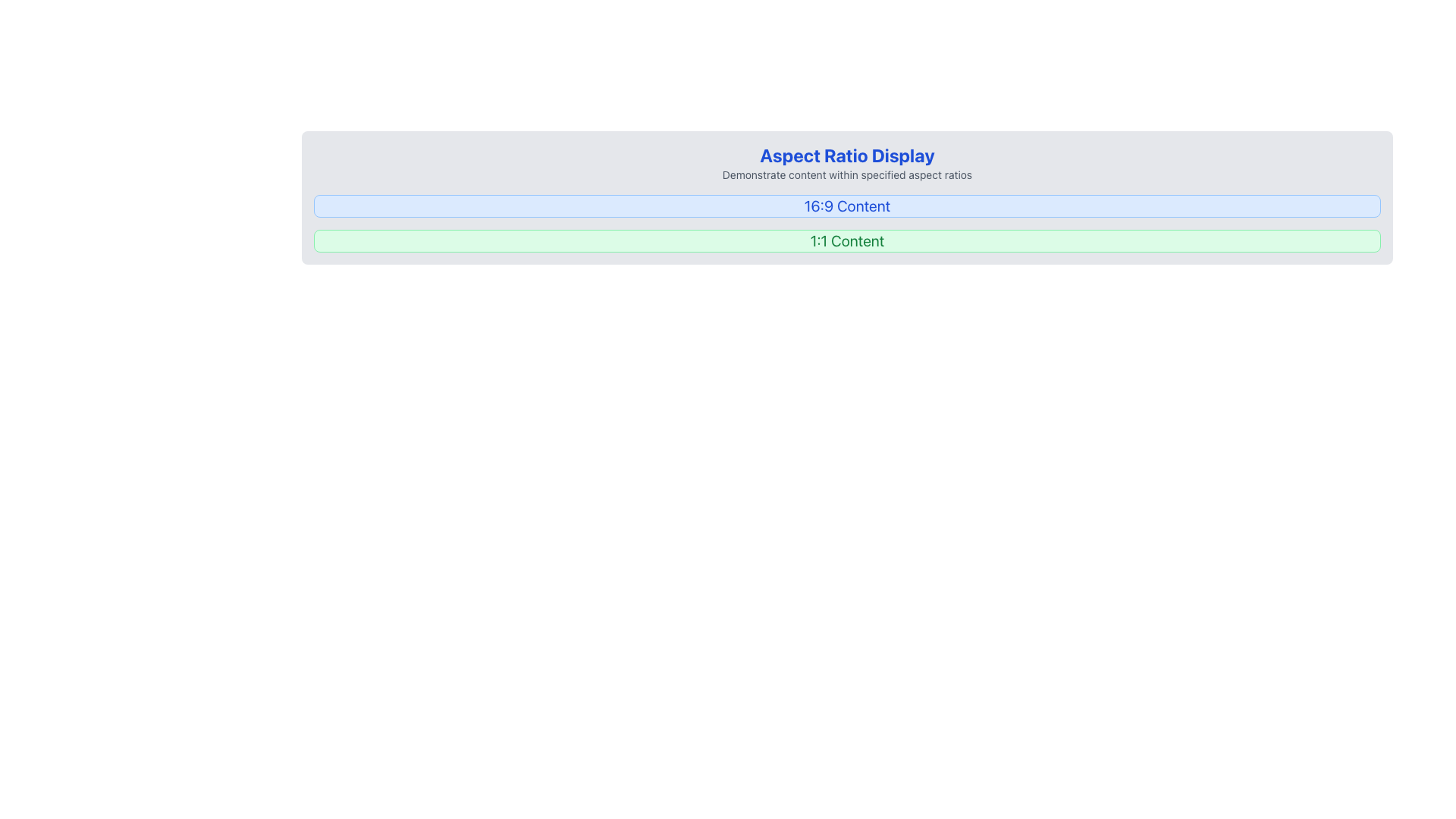 The image size is (1456, 819). What do you see at coordinates (846, 240) in the screenshot?
I see `the second interactive content box under the banner titled 'Aspect Ratio Display'` at bounding box center [846, 240].